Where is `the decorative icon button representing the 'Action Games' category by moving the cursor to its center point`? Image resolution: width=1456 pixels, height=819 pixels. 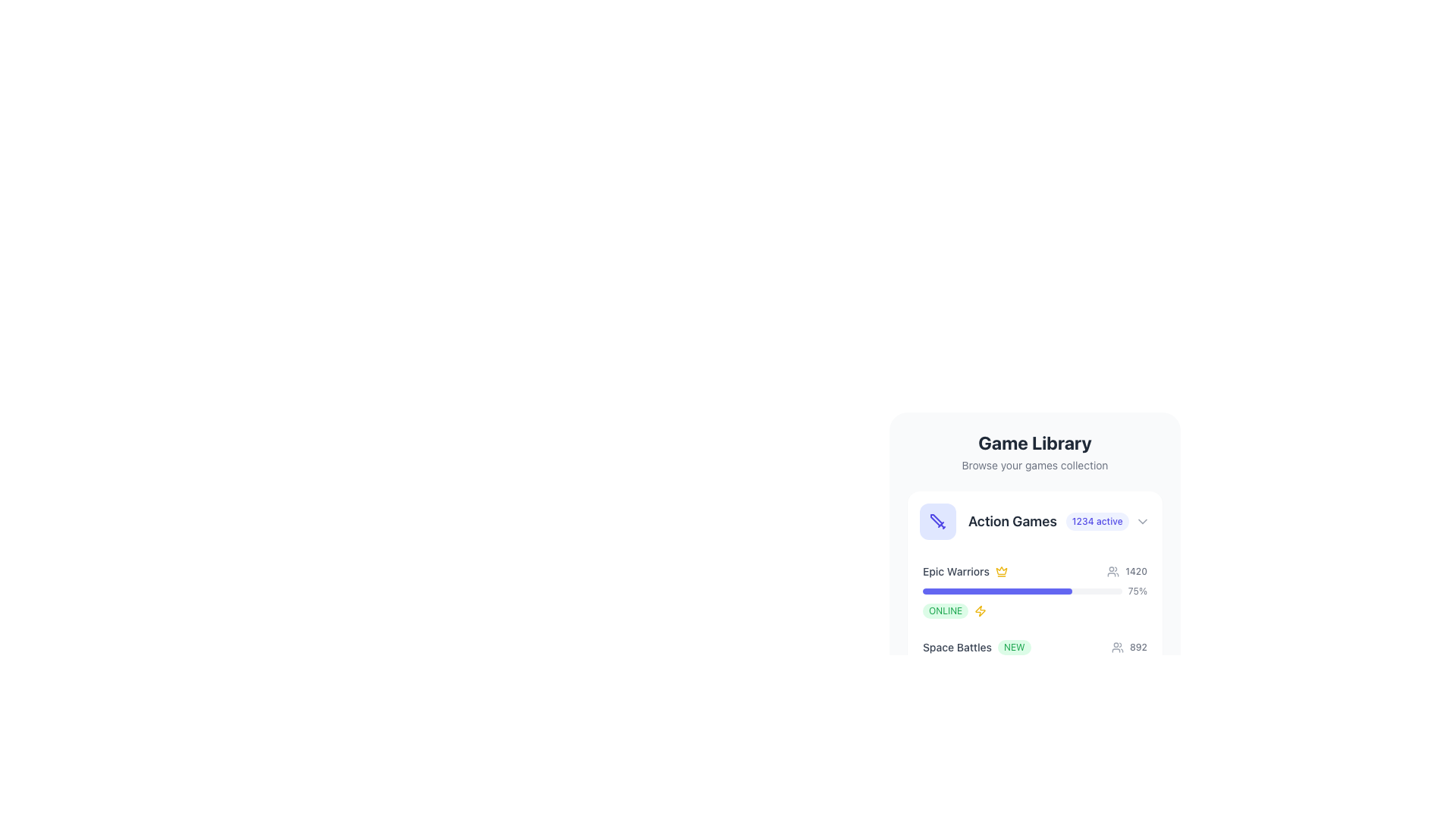 the decorative icon button representing the 'Action Games' category by moving the cursor to its center point is located at coordinates (937, 520).